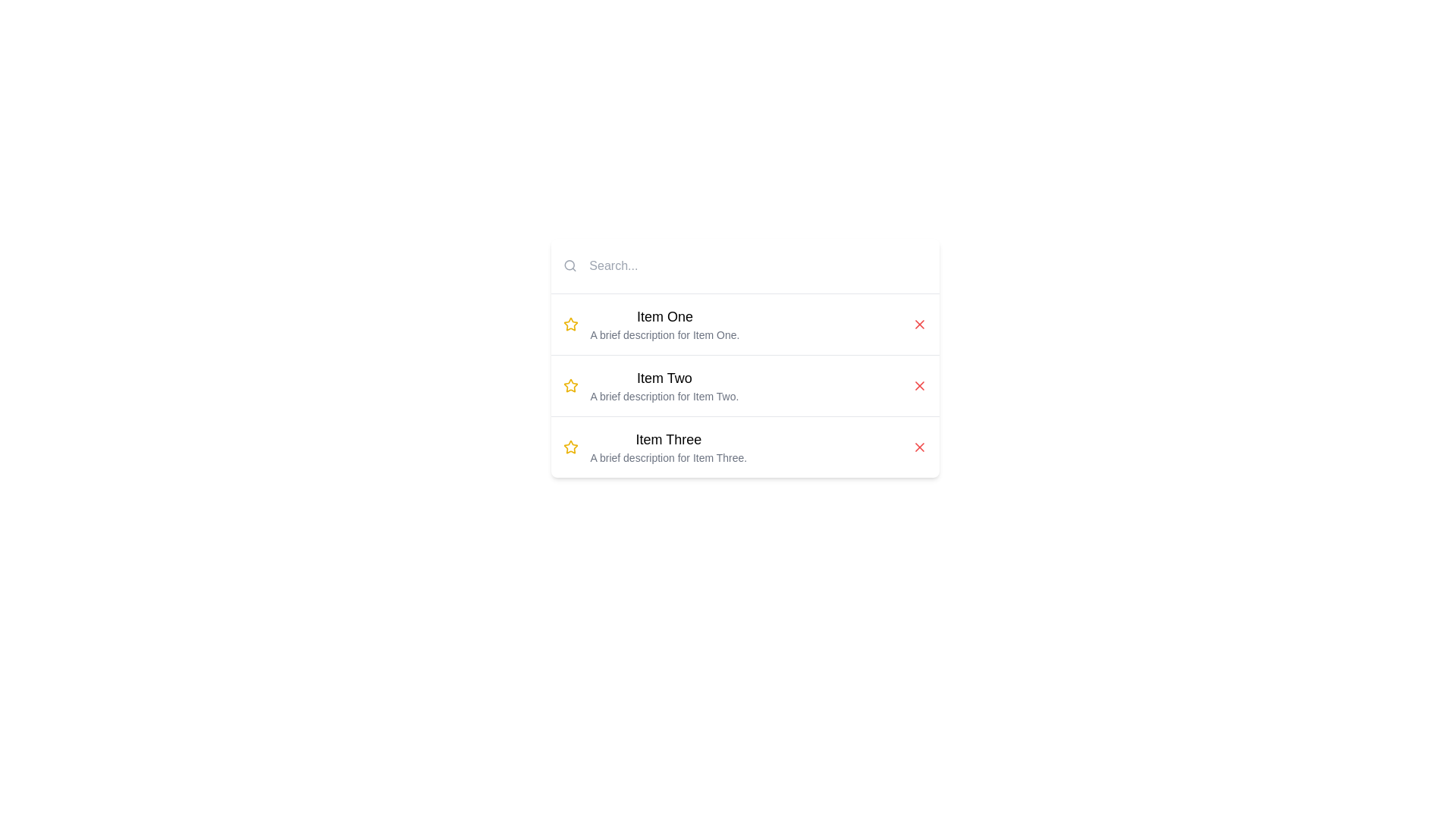 This screenshot has height=819, width=1456. I want to click on the decorative SVG circle within the magnifying-glass icon located at the top-left corner of the interface, adjacent to the search placeholder text box, so click(569, 265).